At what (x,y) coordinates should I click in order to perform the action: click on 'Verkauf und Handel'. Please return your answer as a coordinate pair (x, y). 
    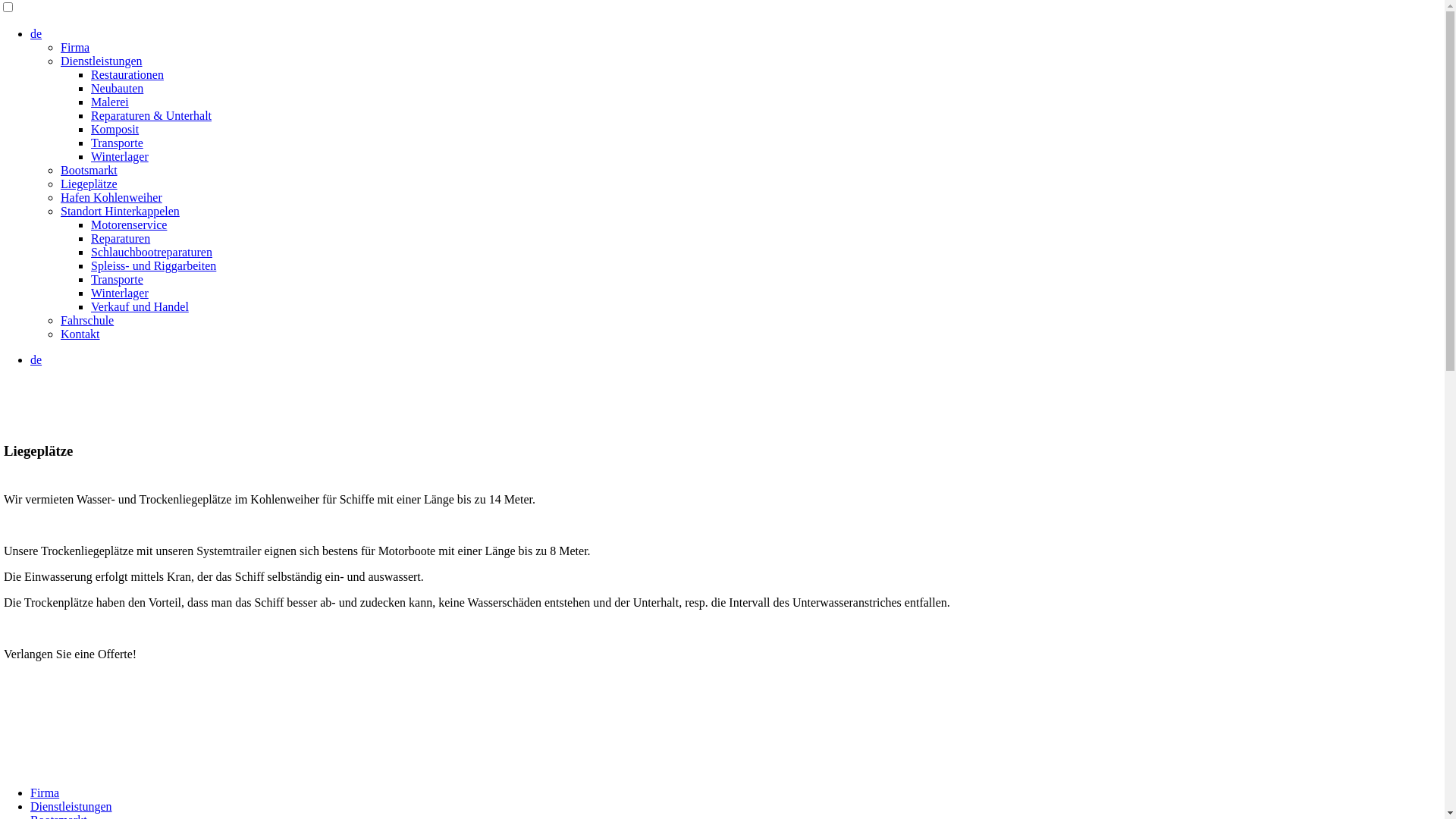
    Looking at the image, I should click on (90, 306).